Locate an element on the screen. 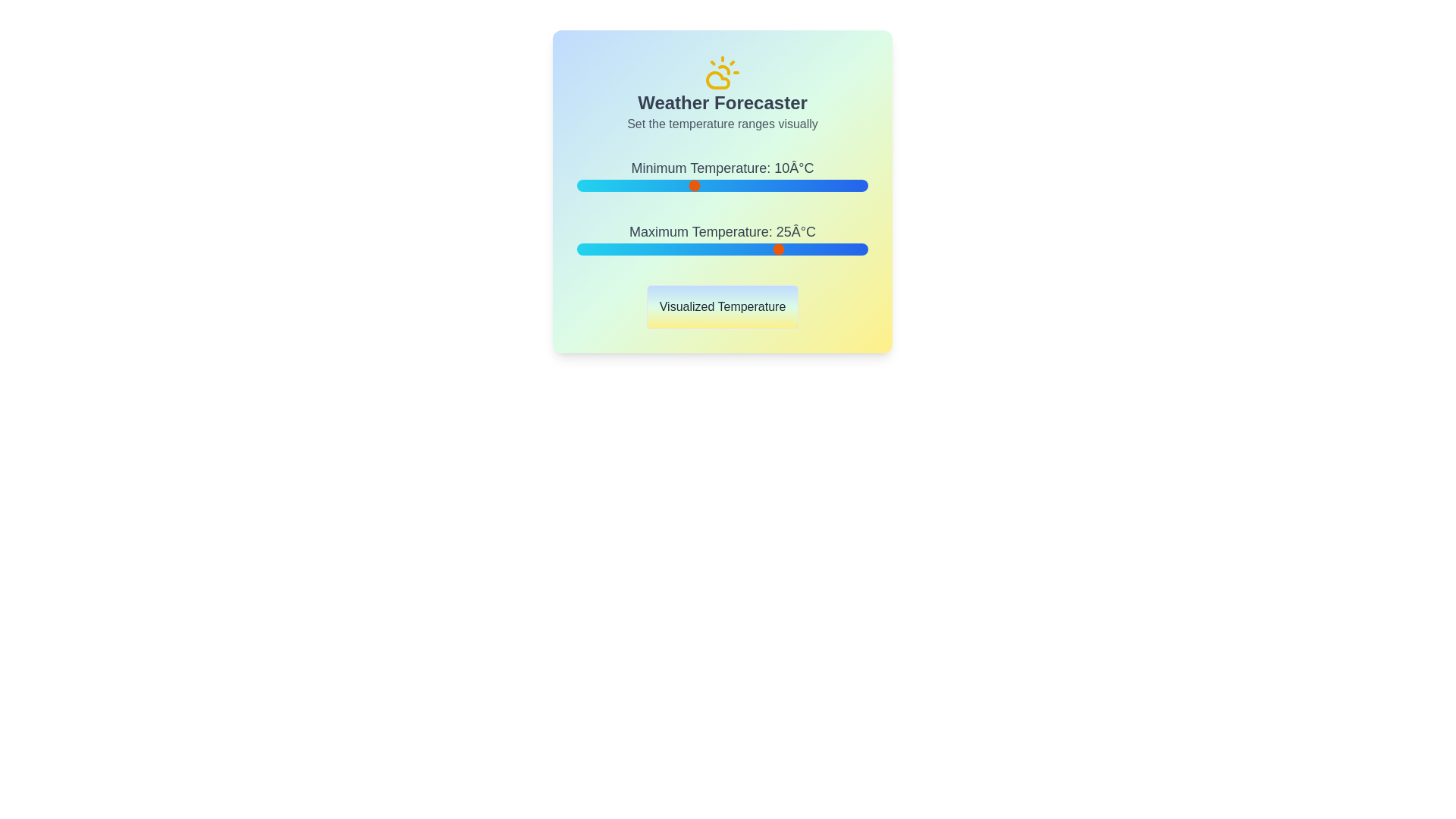  the maximum temperature slider to 17°C is located at coordinates (734, 248).